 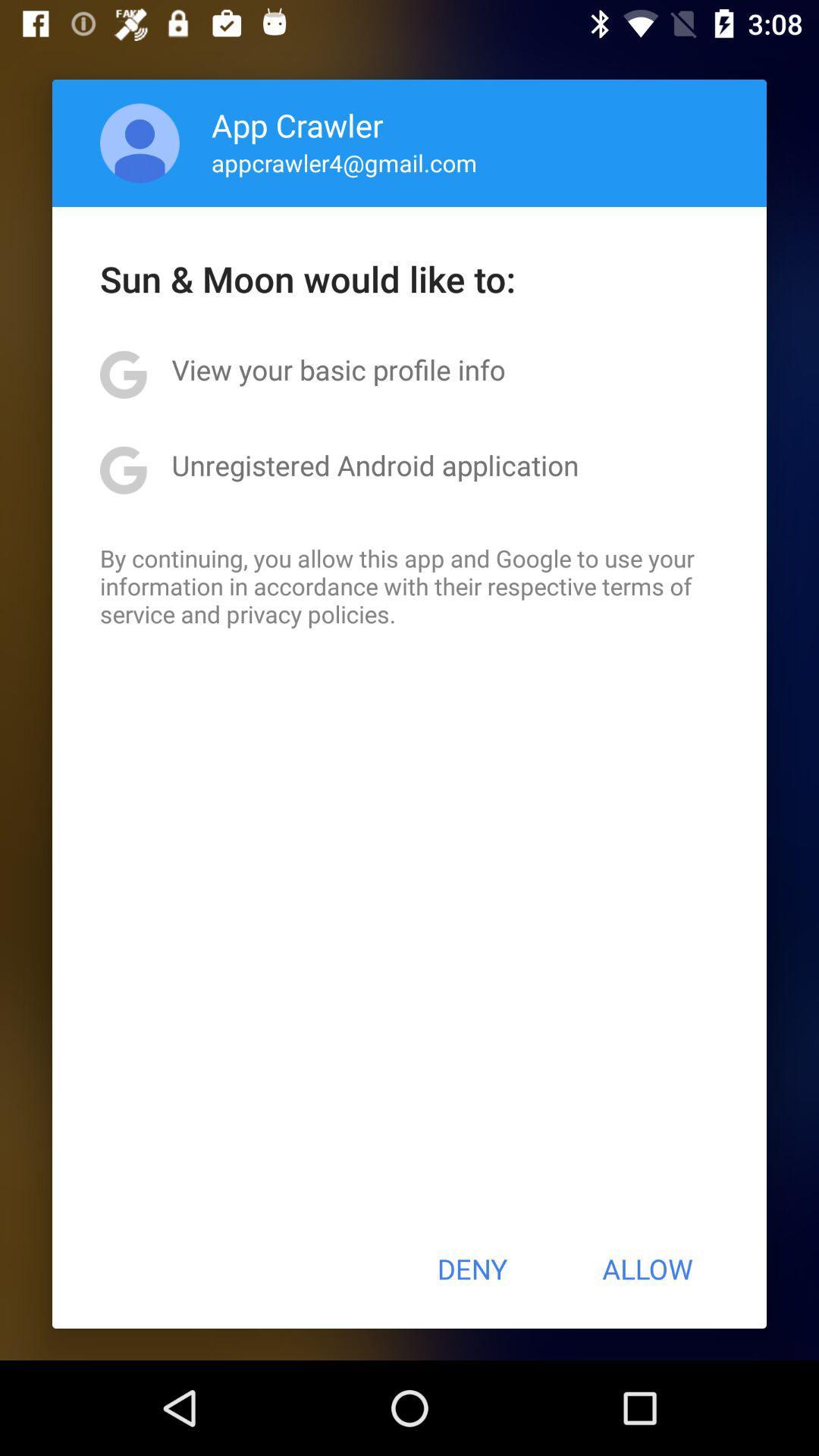 I want to click on the item above the by continuing you item, so click(x=375, y=464).